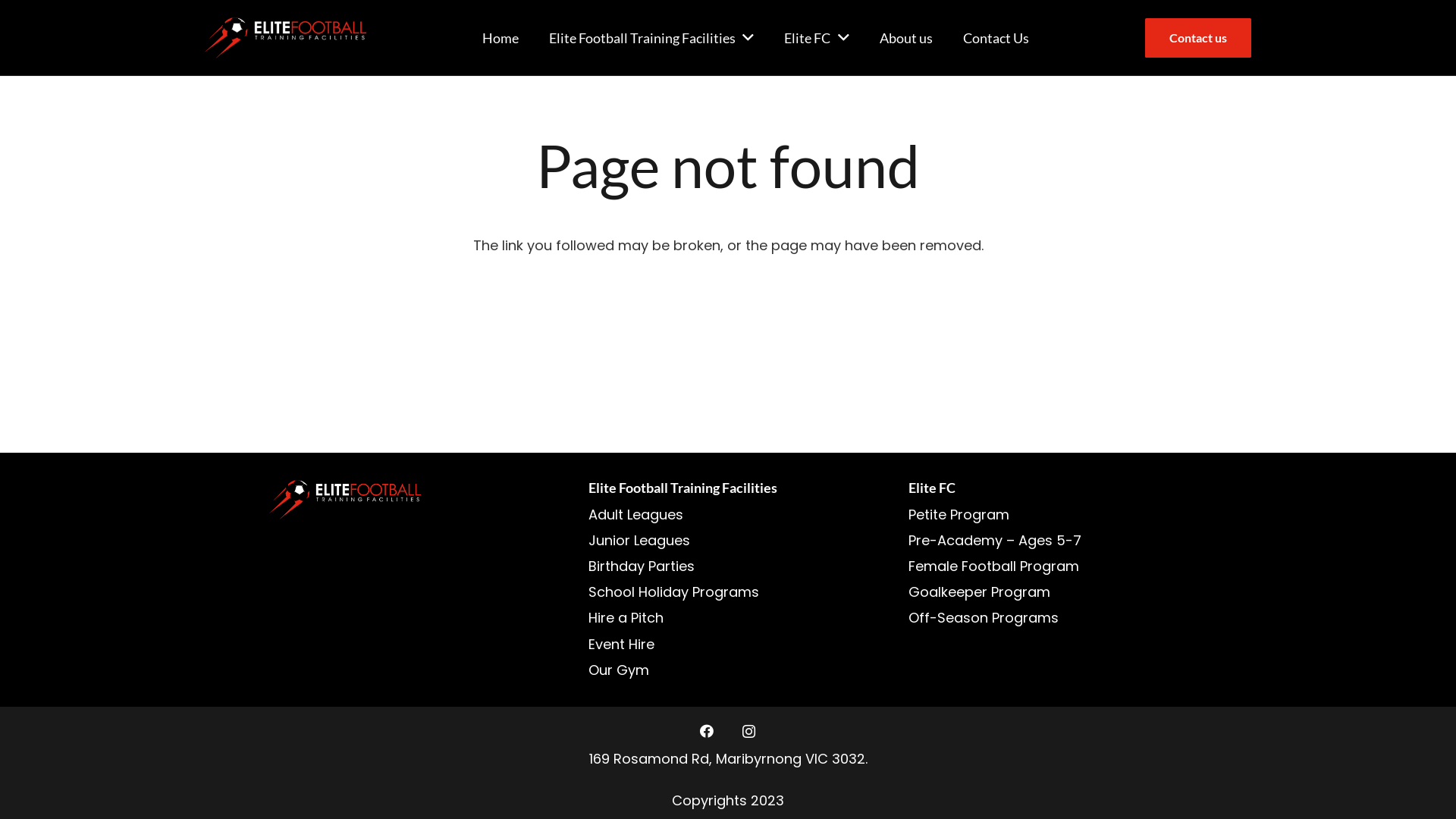 The image size is (1456, 819). What do you see at coordinates (815, 37) in the screenshot?
I see `'Elite FC'` at bounding box center [815, 37].